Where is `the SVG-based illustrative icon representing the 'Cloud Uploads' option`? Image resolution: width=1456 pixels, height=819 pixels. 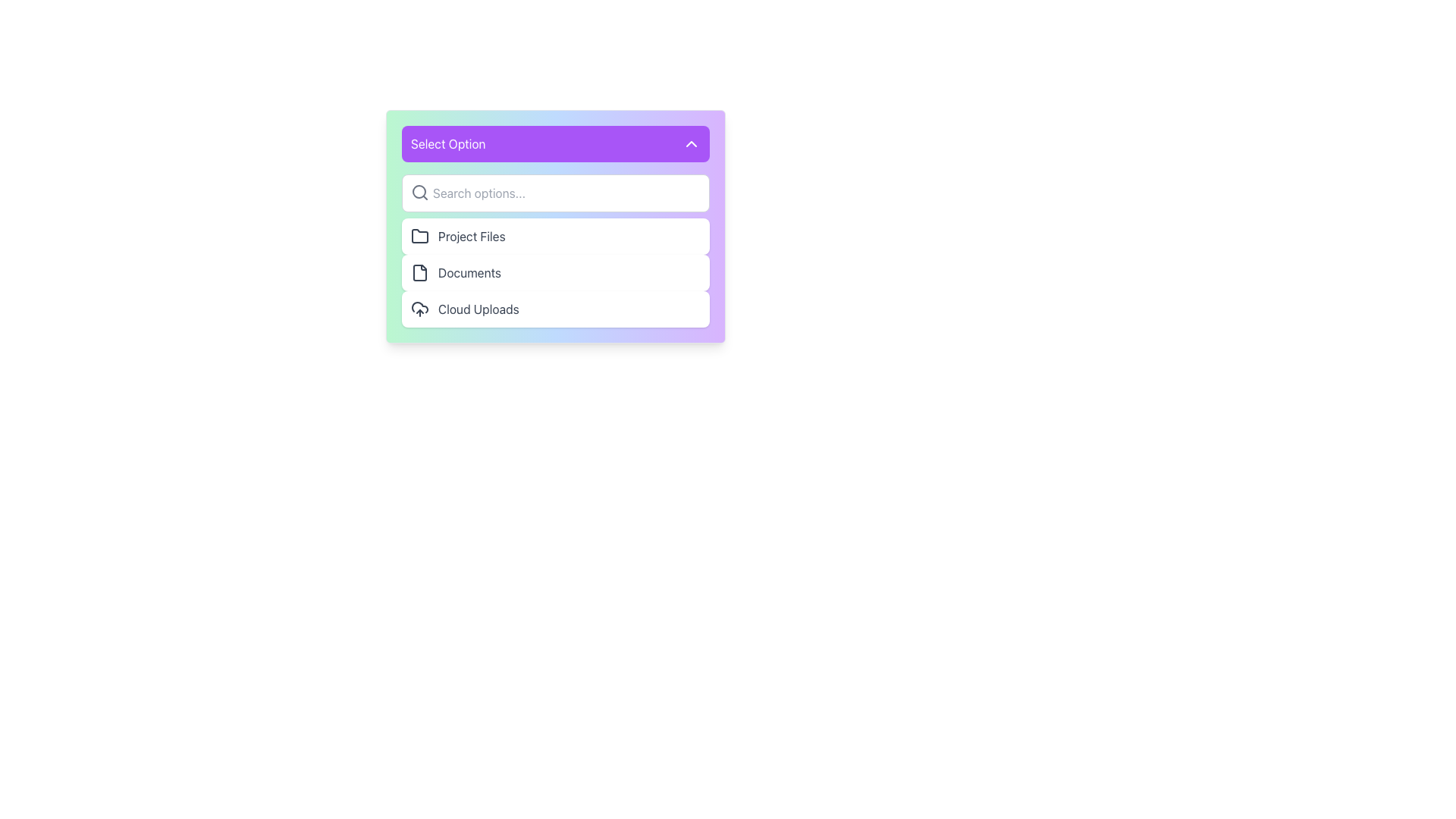
the SVG-based illustrative icon representing the 'Cloud Uploads' option is located at coordinates (419, 309).